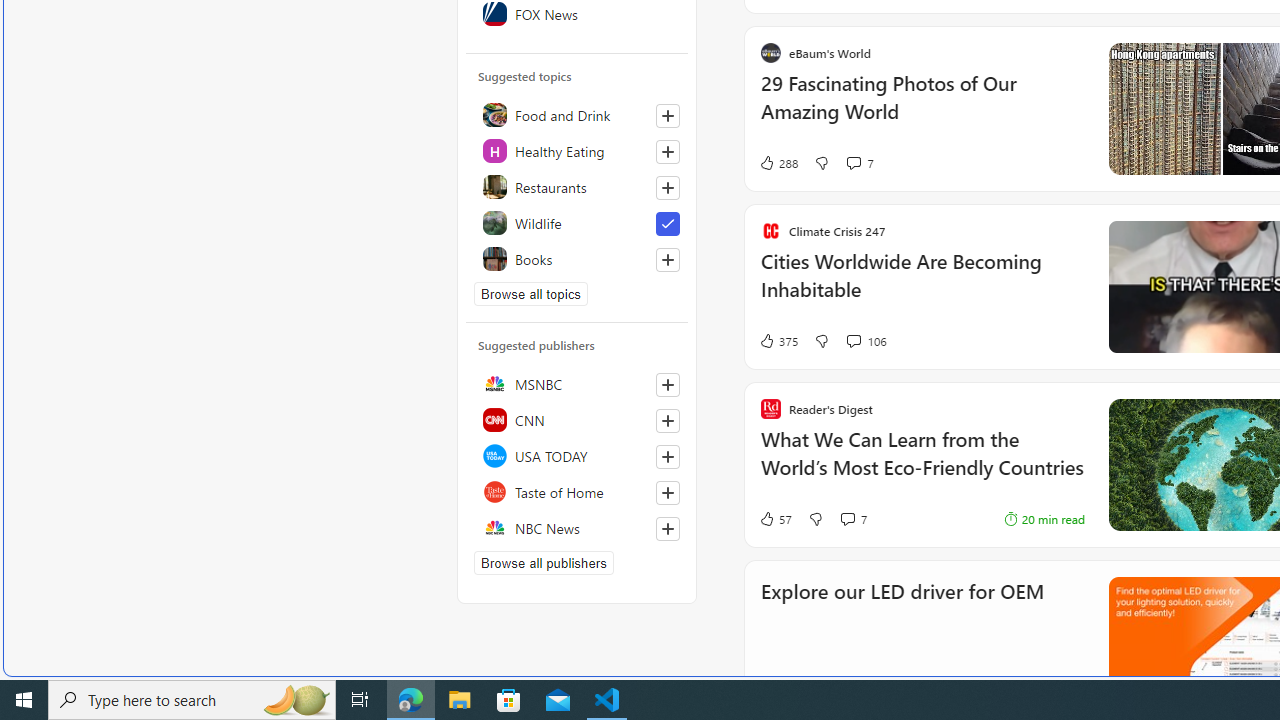 The image size is (1280, 720). I want to click on 'Follow this source', so click(667, 527).